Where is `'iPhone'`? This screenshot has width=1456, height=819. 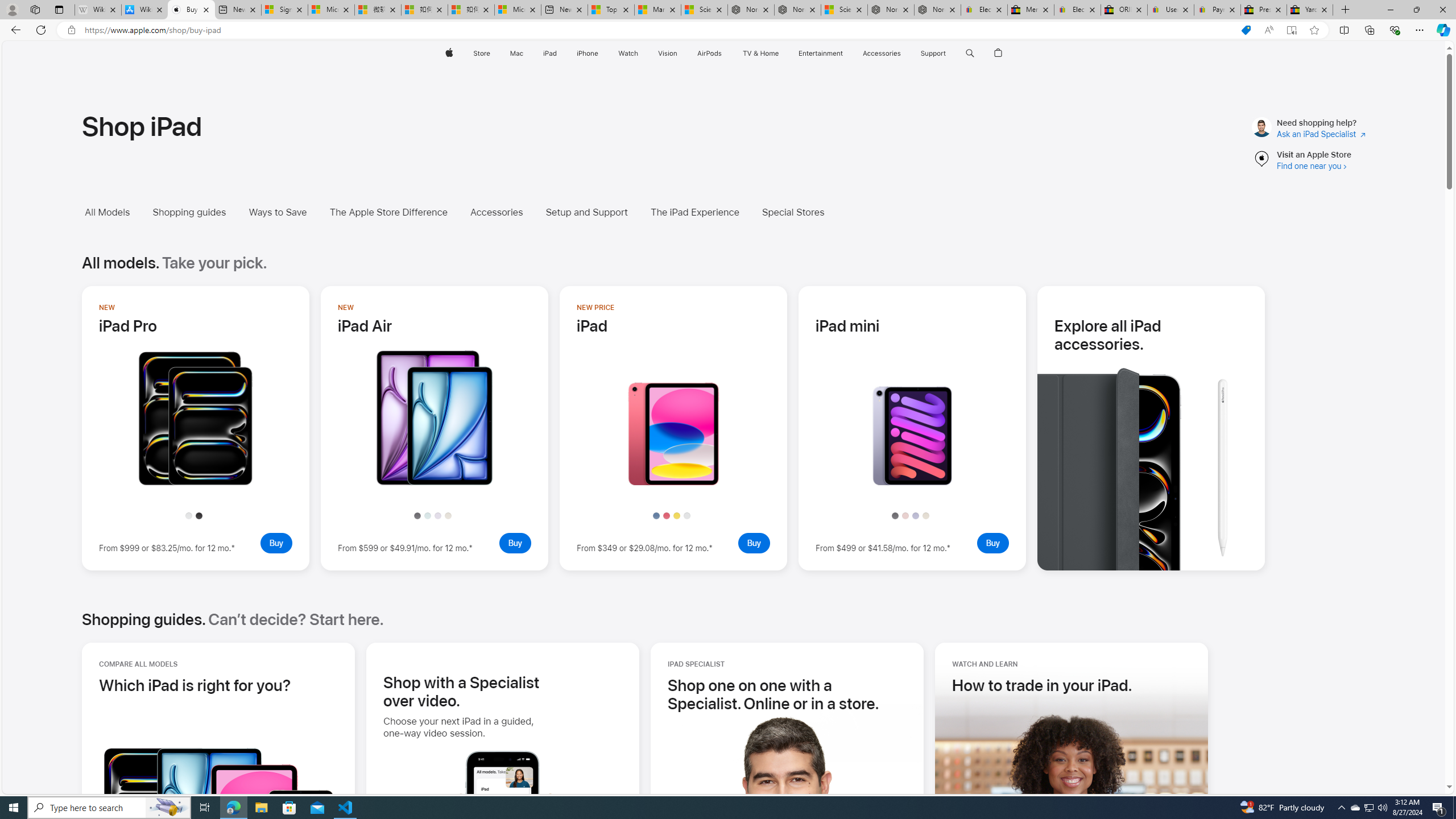
'iPhone' is located at coordinates (586, 53).